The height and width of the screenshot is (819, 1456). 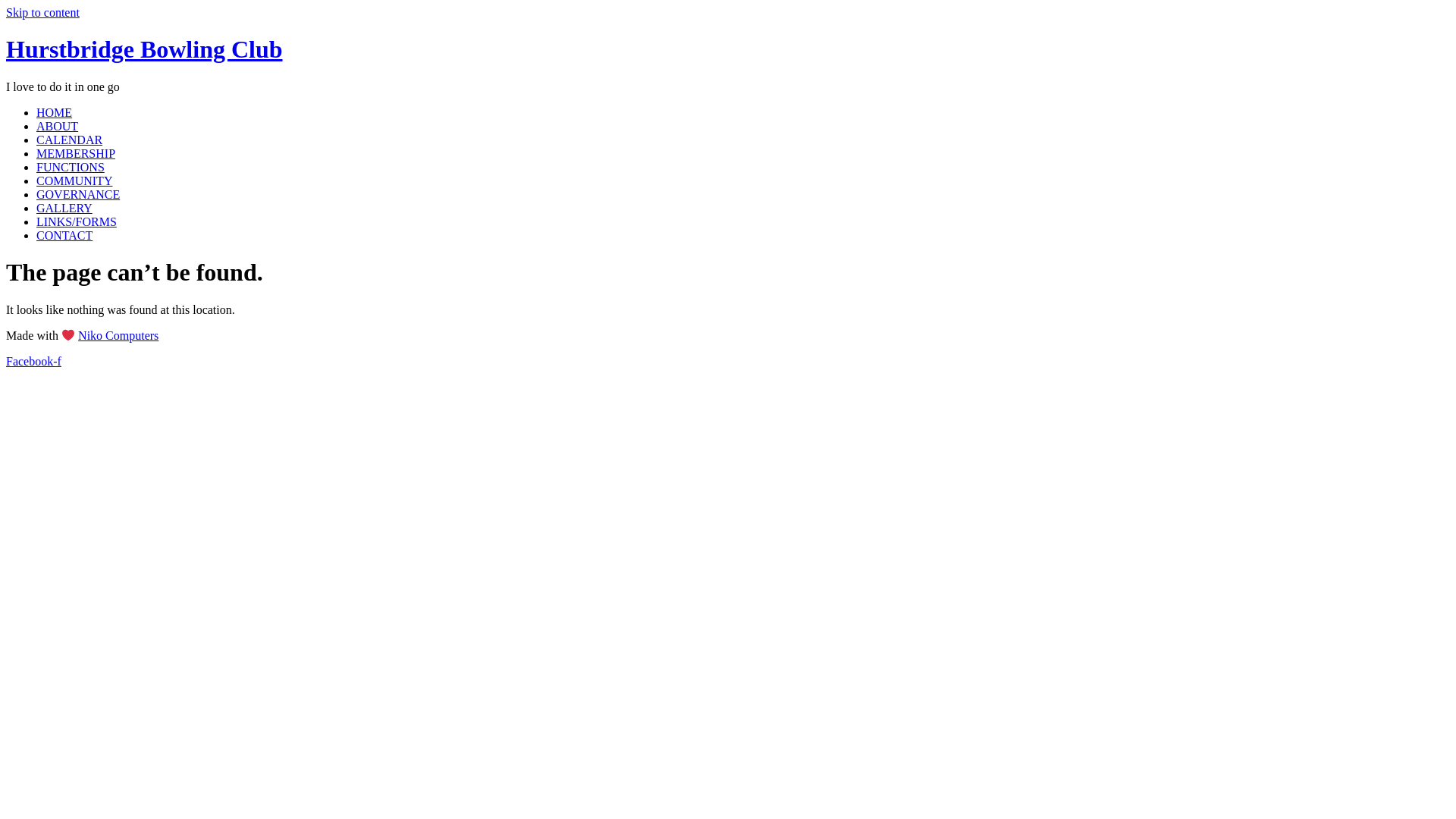 I want to click on 'Facebook-f', so click(x=33, y=361).